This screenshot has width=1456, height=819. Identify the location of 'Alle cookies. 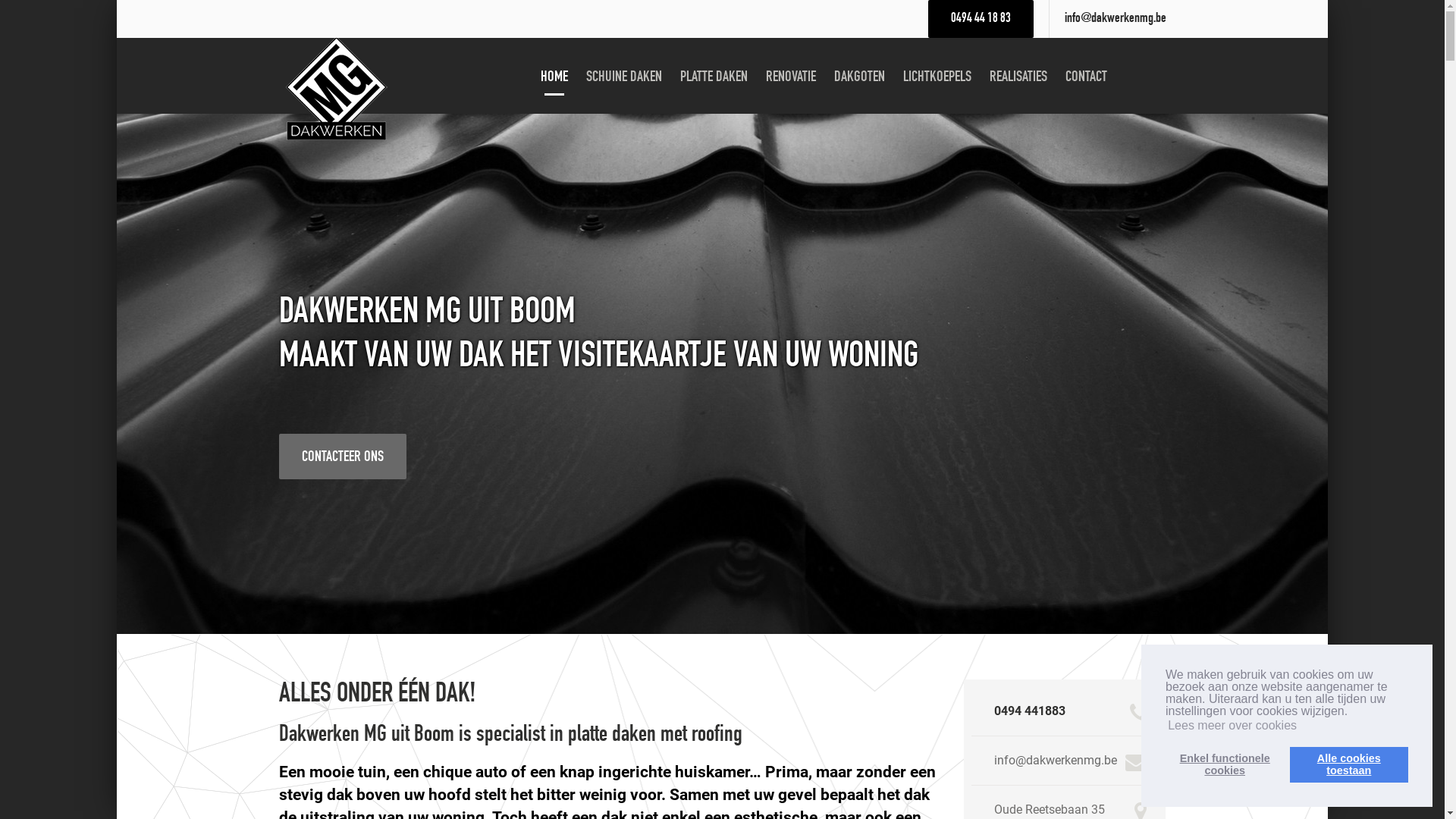
(1349, 764).